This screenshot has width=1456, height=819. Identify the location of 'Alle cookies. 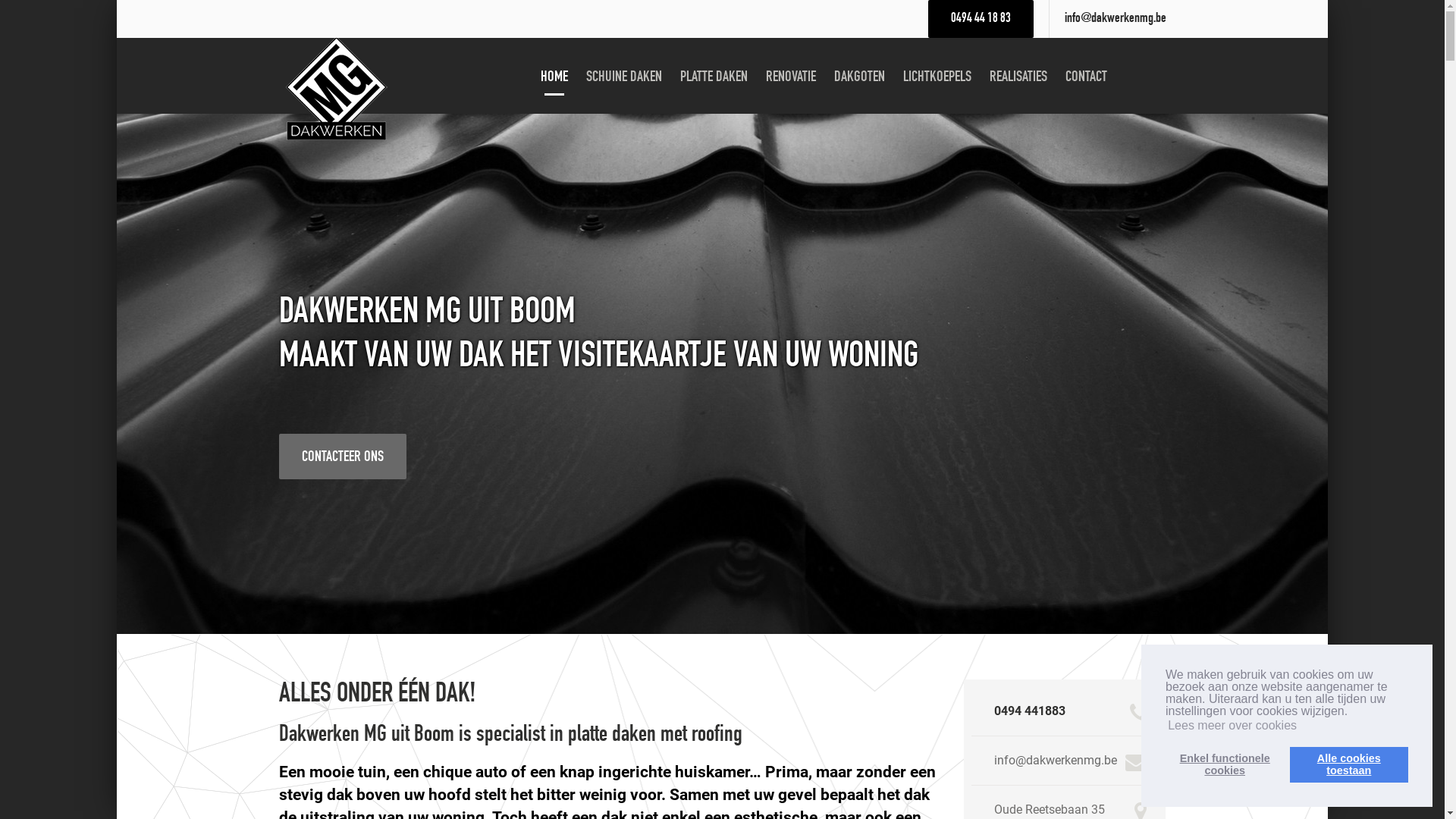
(1349, 764).